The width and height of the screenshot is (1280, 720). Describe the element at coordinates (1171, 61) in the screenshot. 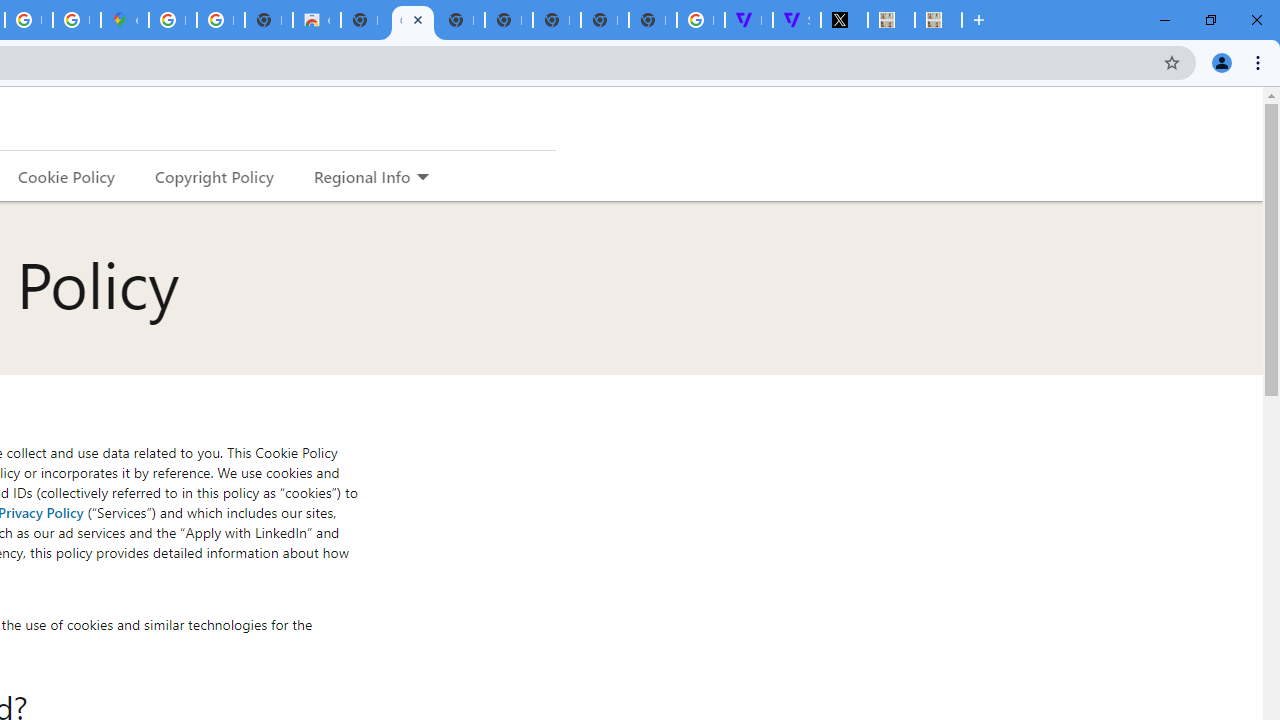

I see `'Bookmark this tab'` at that location.